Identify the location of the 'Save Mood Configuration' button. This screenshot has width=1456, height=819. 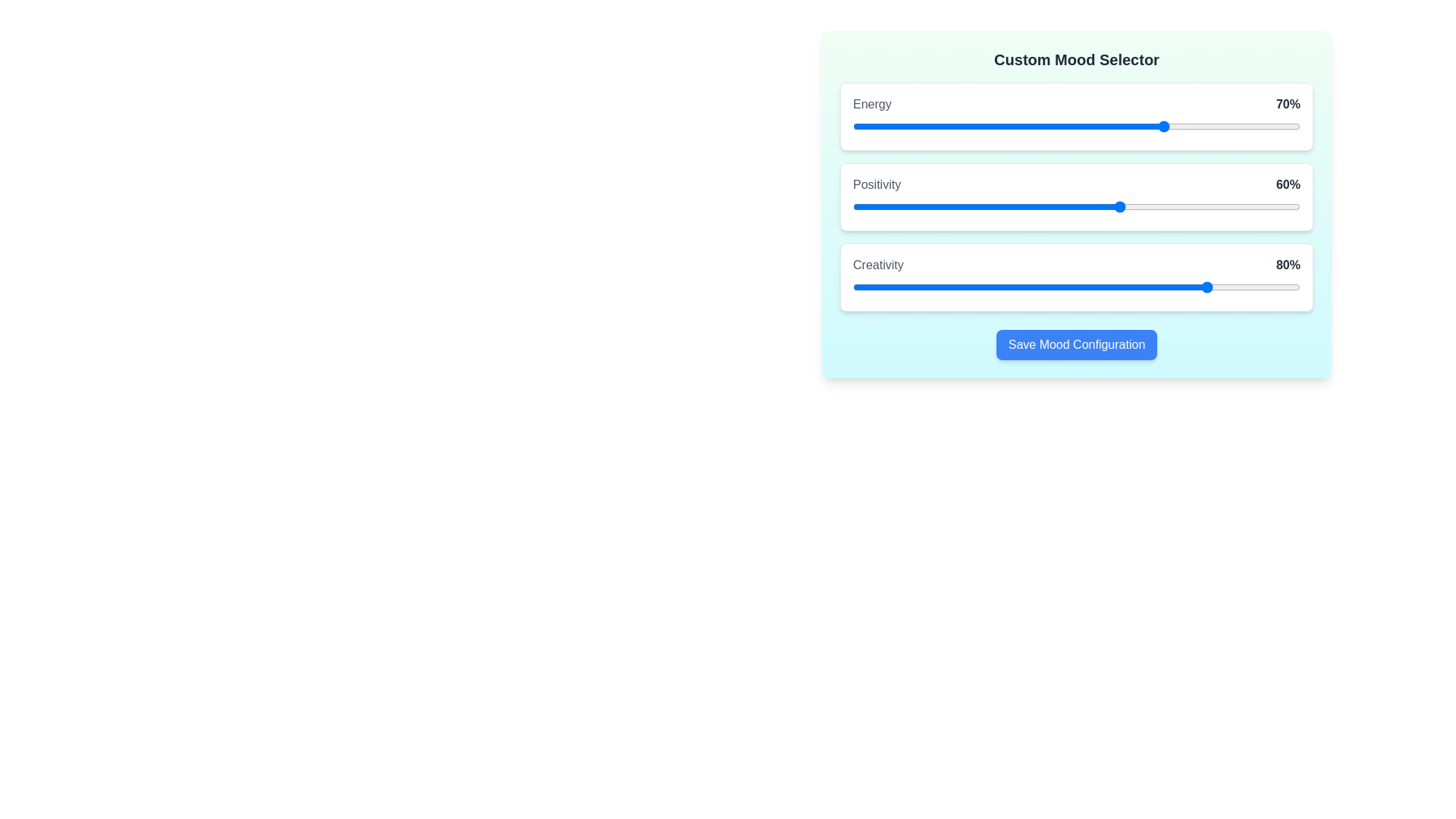
(1076, 345).